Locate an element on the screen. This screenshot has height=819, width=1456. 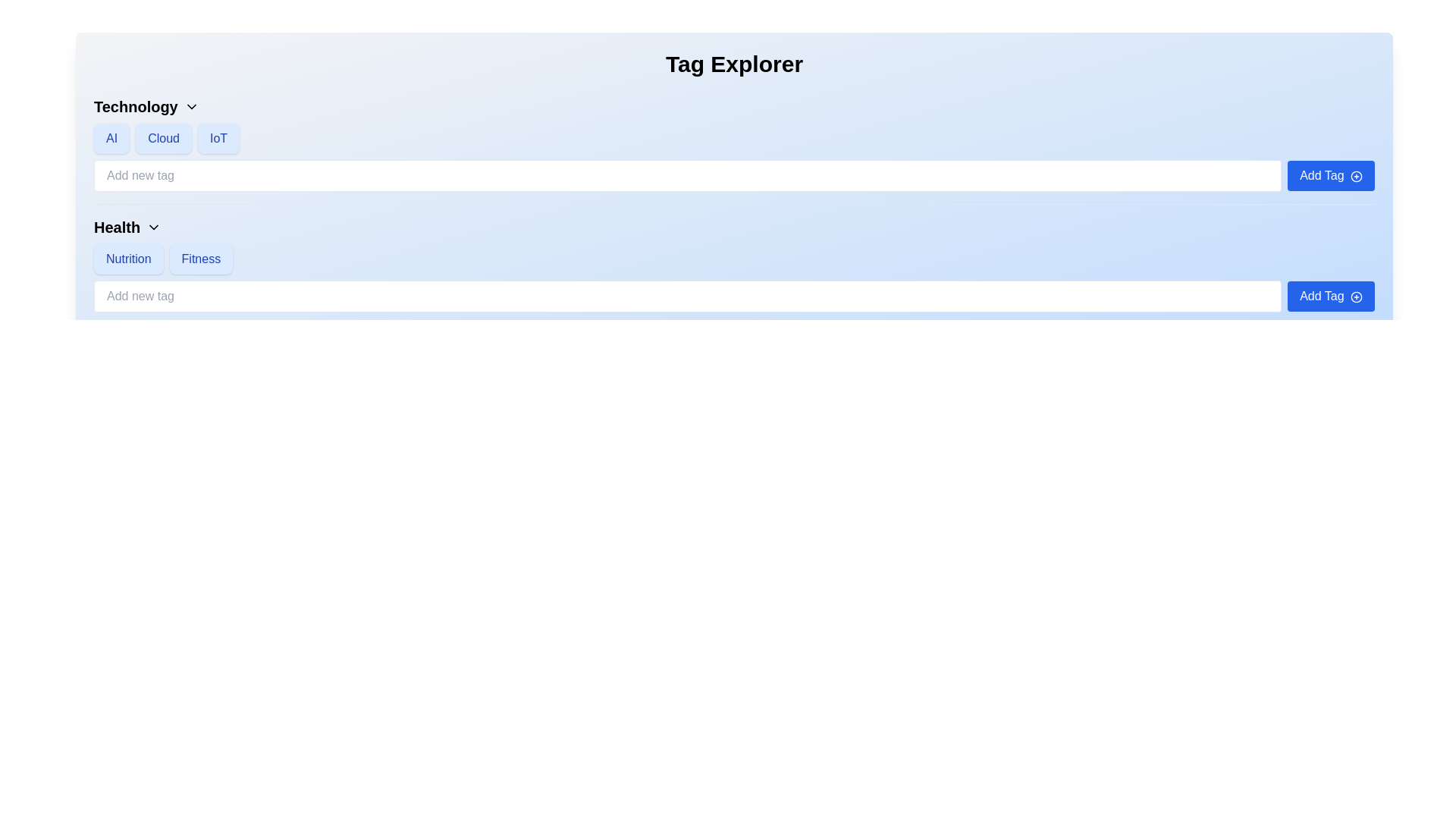
the circular graphical icon with a blue outline that is part of the button next to the 'Add Tag' button located in the 'Health' section at the bottom of the interface is located at coordinates (1357, 296).